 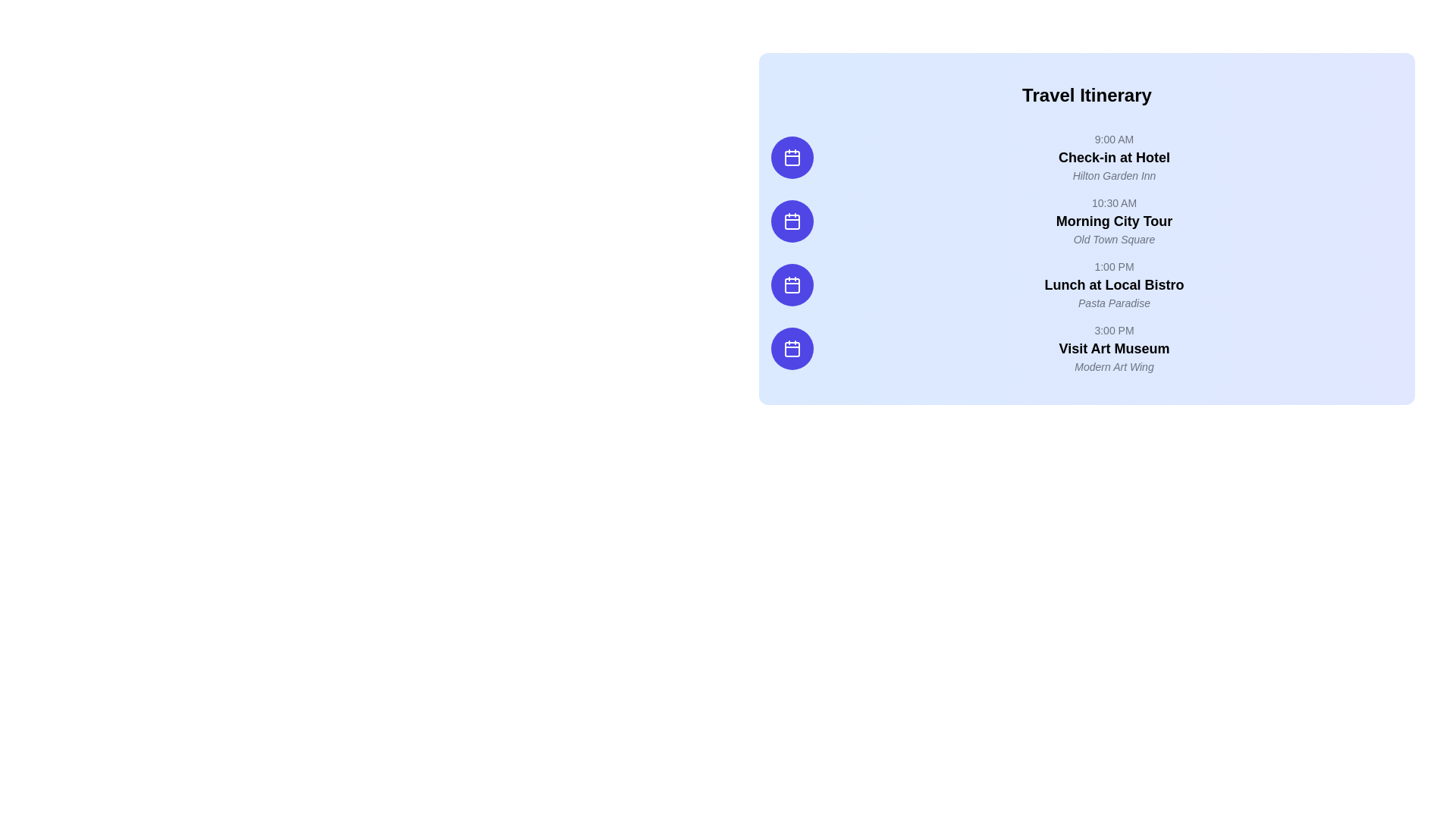 What do you see at coordinates (1086, 348) in the screenshot?
I see `the last timeline entry in the 'Travel Itinerary' section, which represents an event providing information about the activity, its time, and location` at bounding box center [1086, 348].